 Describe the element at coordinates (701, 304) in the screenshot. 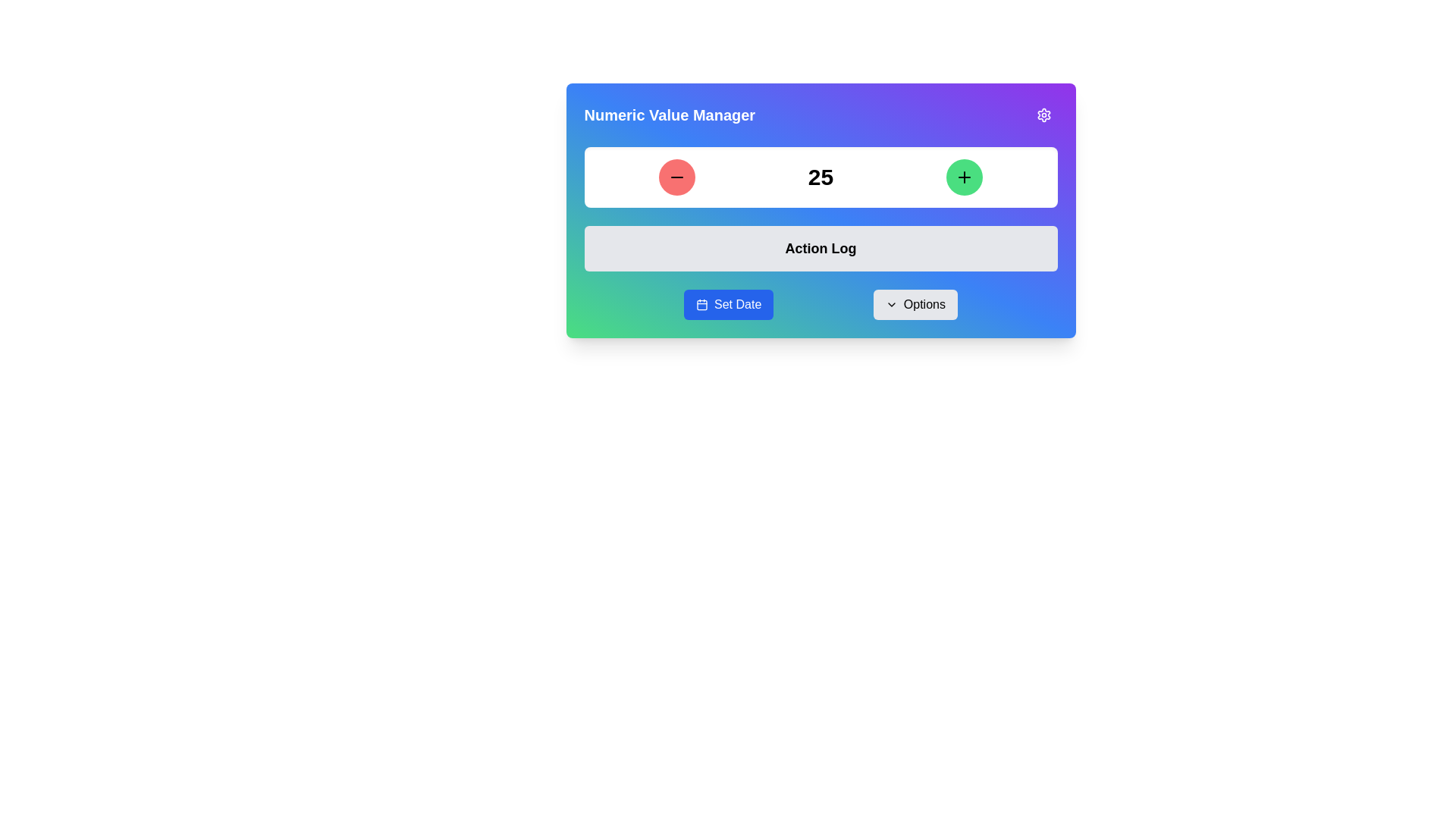

I see `the calendar icon located inside the 'Set Date' button, positioned to the left of the text 'Set Date'` at that location.